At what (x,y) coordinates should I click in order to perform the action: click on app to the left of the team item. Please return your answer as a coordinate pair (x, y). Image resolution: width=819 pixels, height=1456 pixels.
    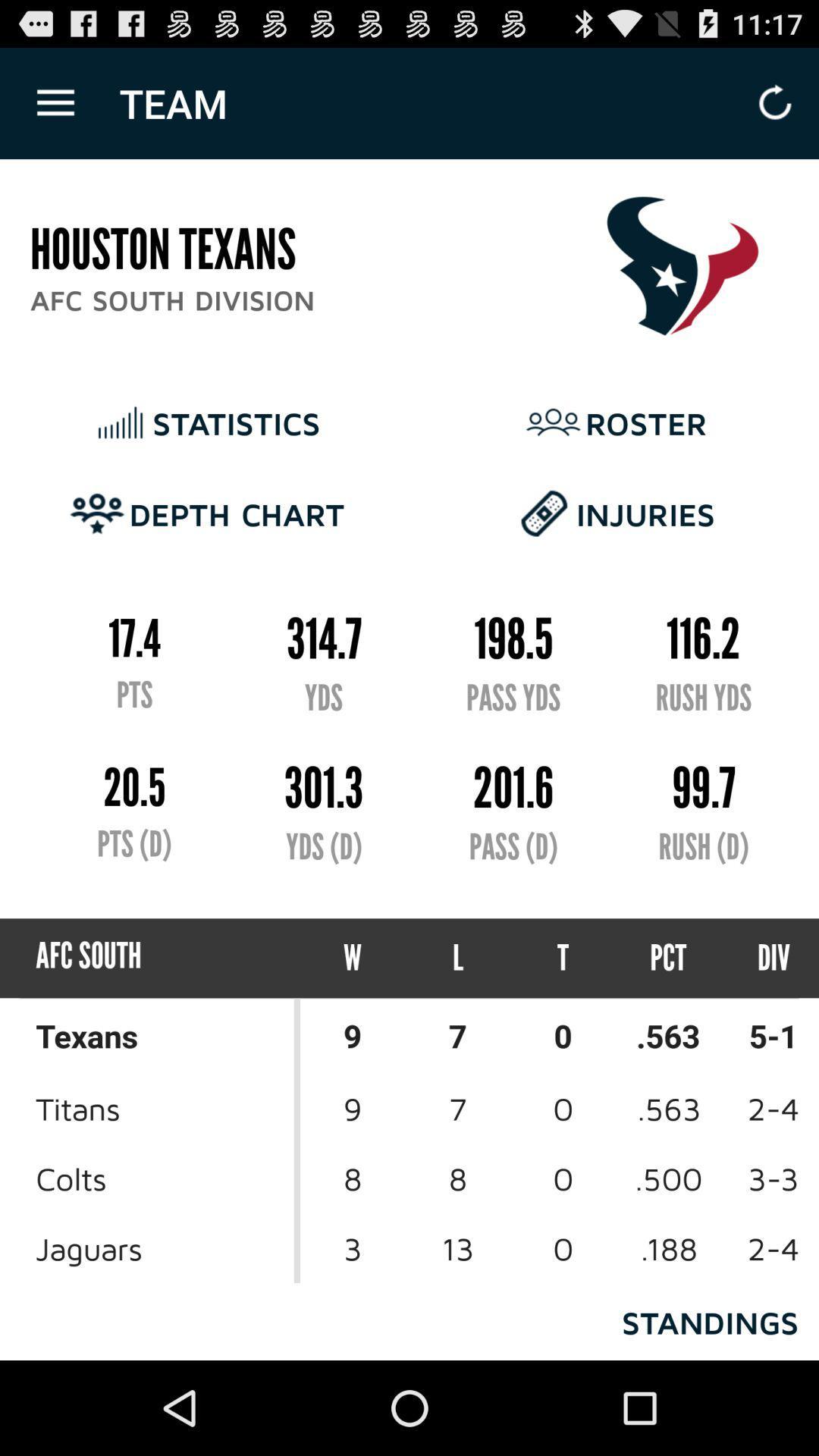
    Looking at the image, I should click on (55, 102).